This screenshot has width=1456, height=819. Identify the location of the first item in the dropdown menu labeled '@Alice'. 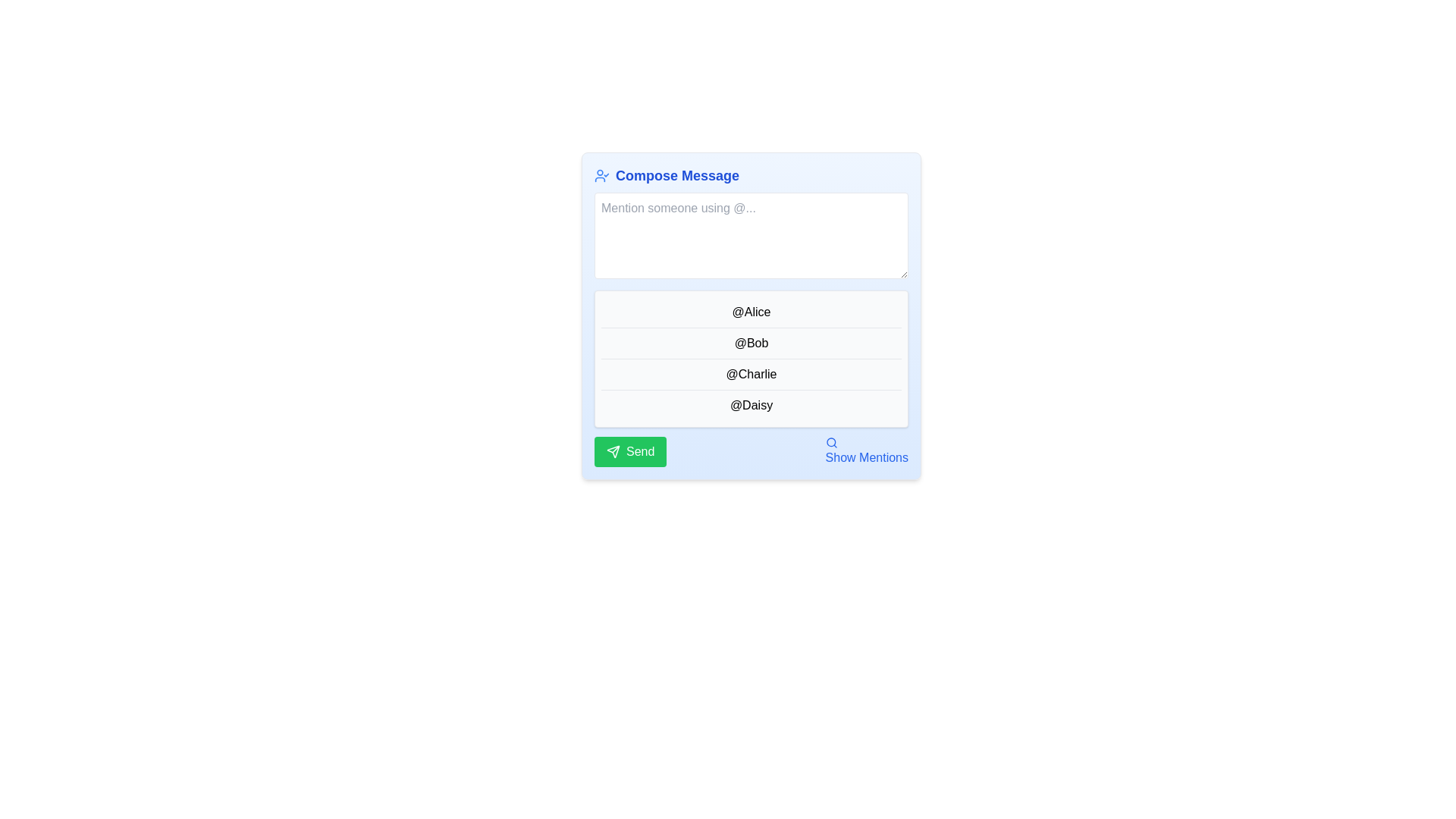
(751, 312).